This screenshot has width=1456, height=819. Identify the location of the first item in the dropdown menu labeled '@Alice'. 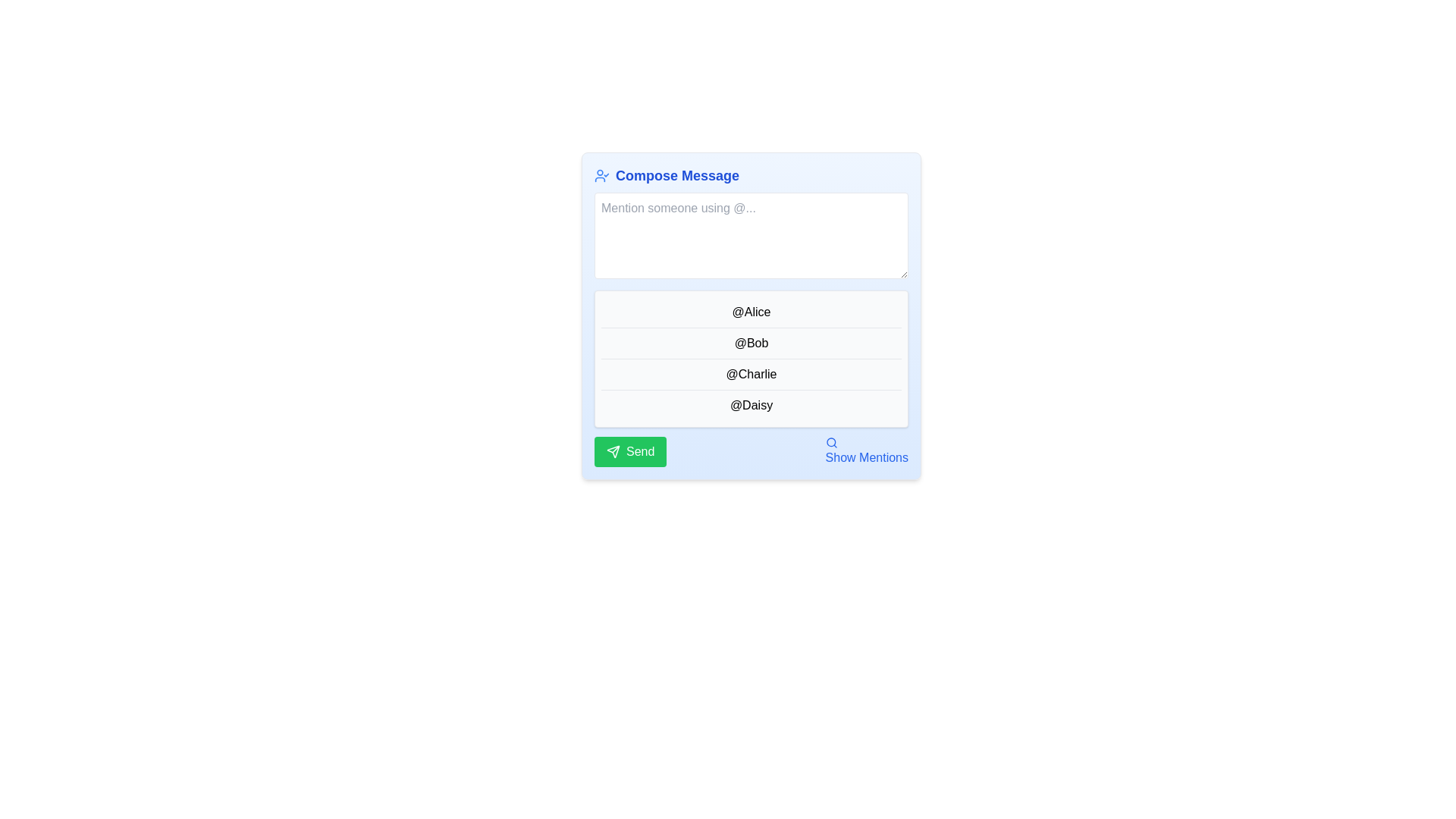
(751, 312).